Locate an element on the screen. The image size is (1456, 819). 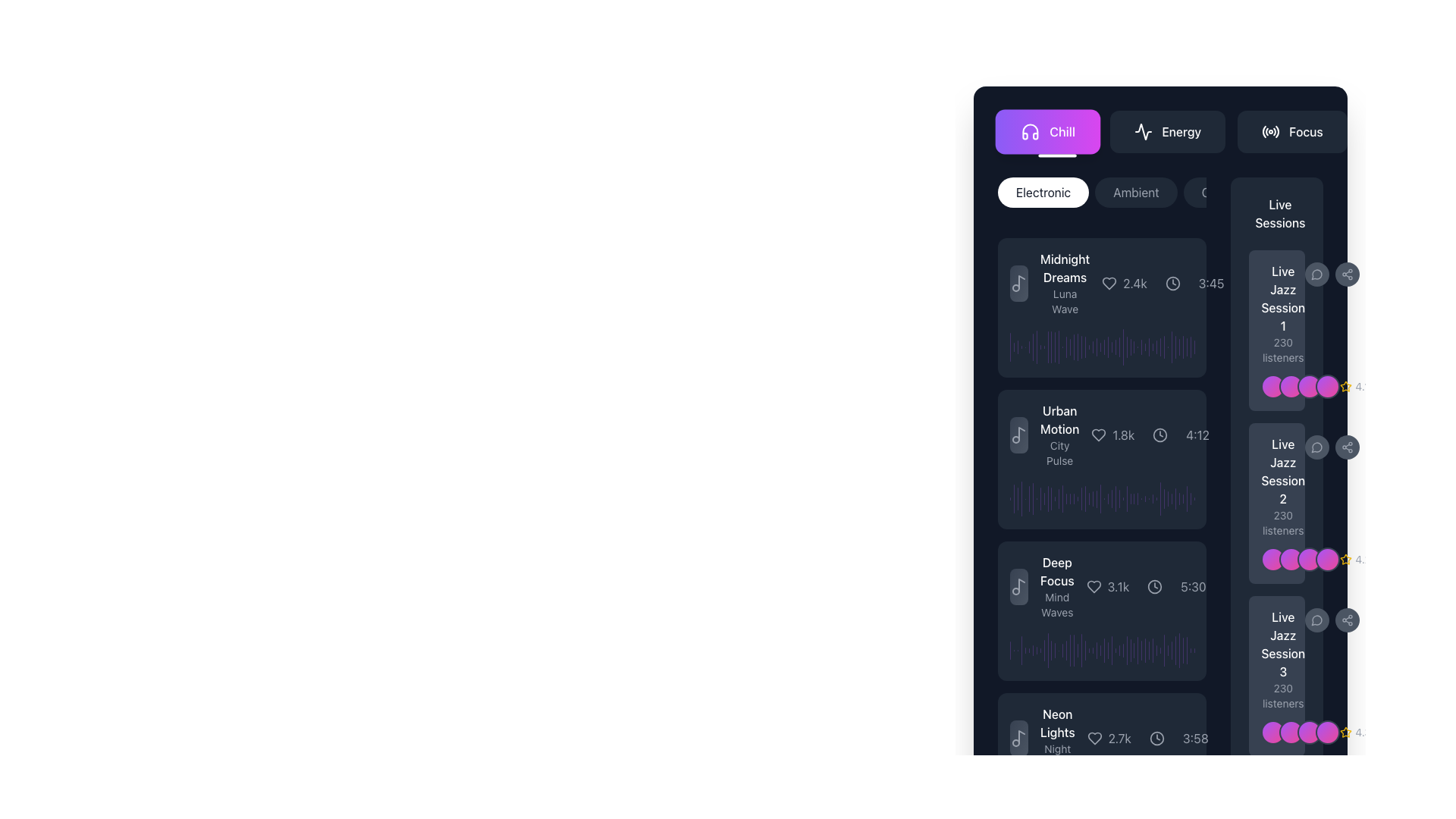
the text label displaying '230 listeners' which is located beneath the 'Live Jazz Session 3' title in the right-hand sidebar is located at coordinates (1282, 696).